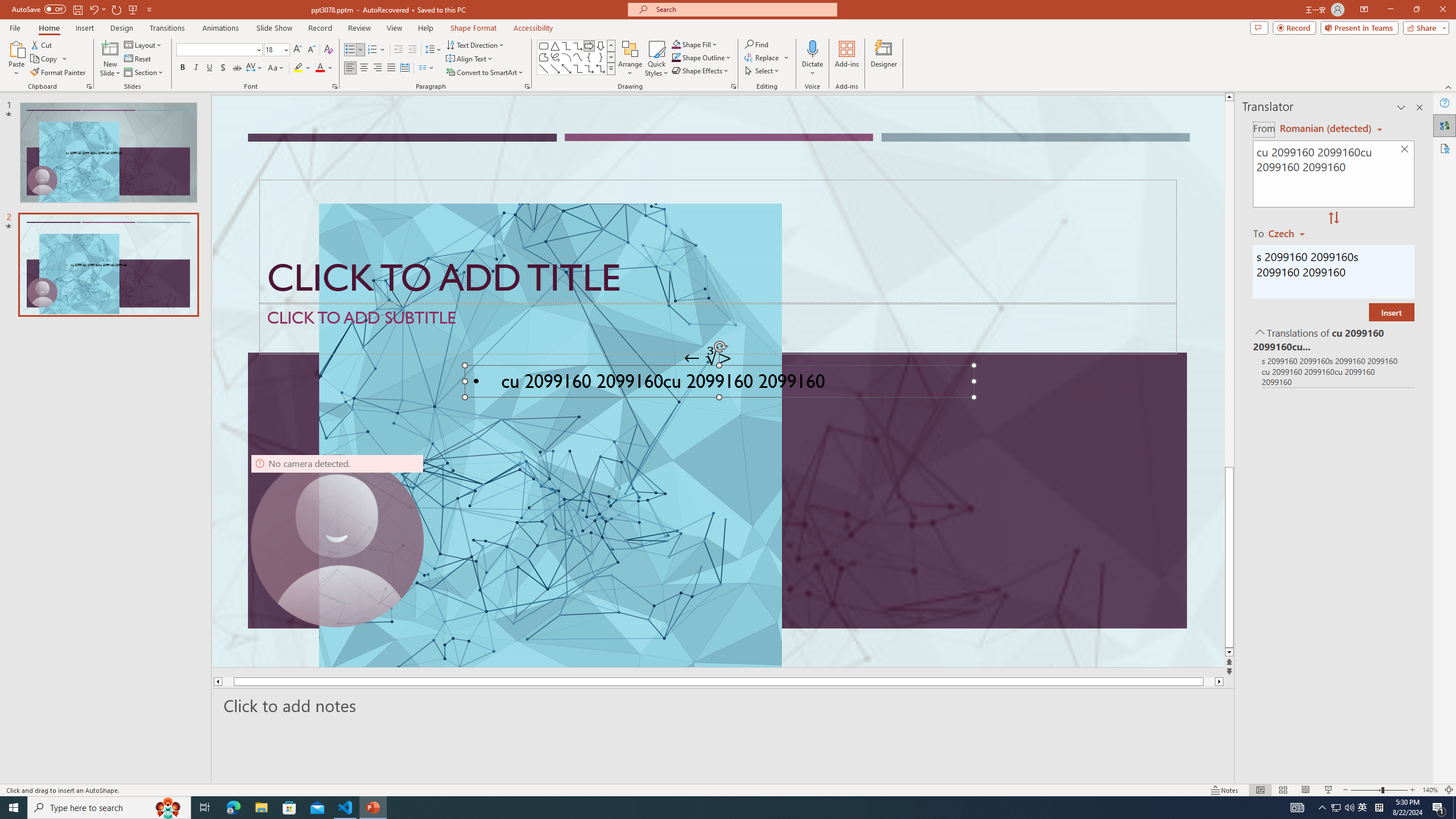  Describe the element at coordinates (565, 68) in the screenshot. I see `'Line Arrow: Double'` at that location.